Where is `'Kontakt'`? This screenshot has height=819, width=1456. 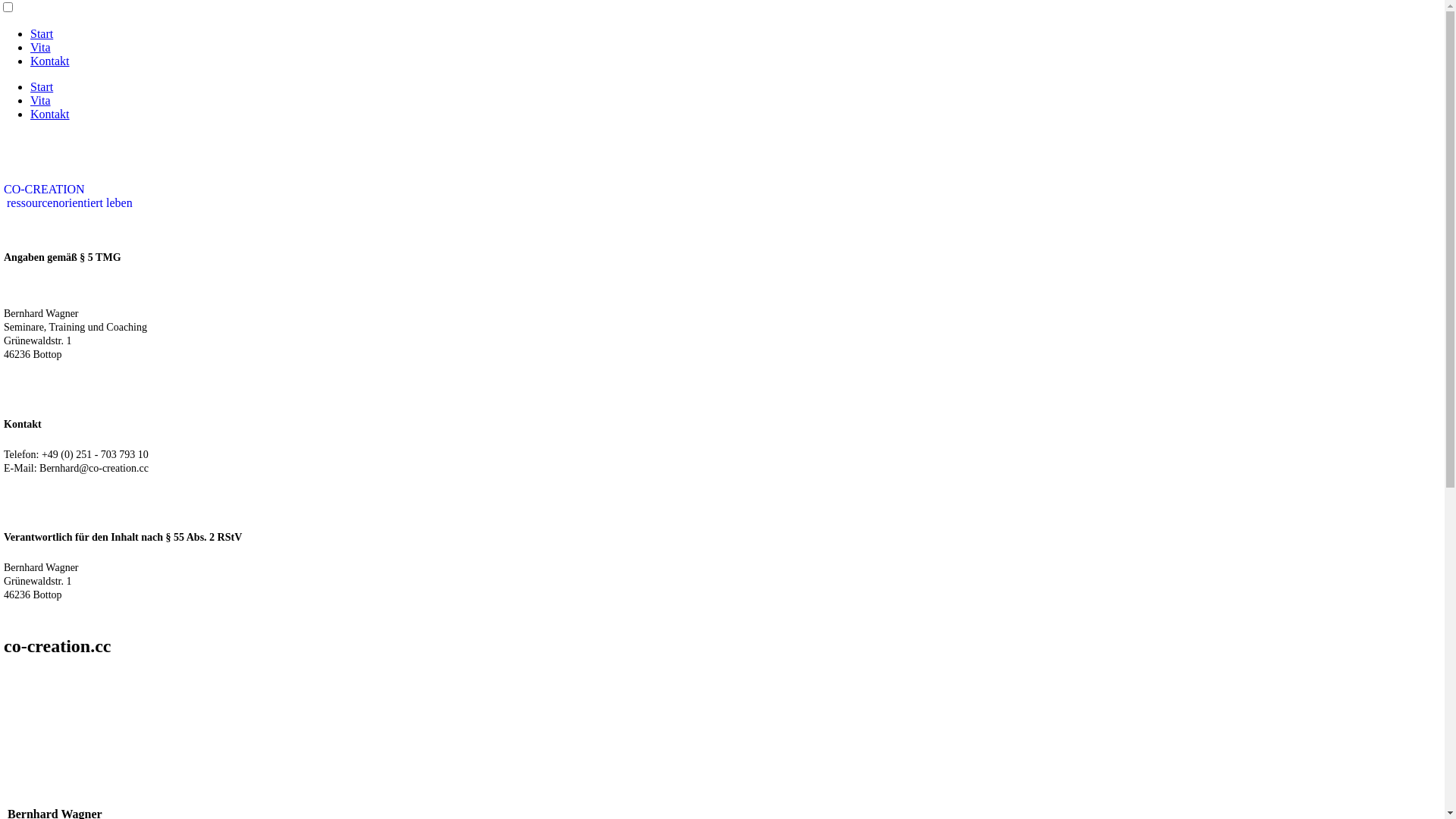
'Kontakt' is located at coordinates (50, 113).